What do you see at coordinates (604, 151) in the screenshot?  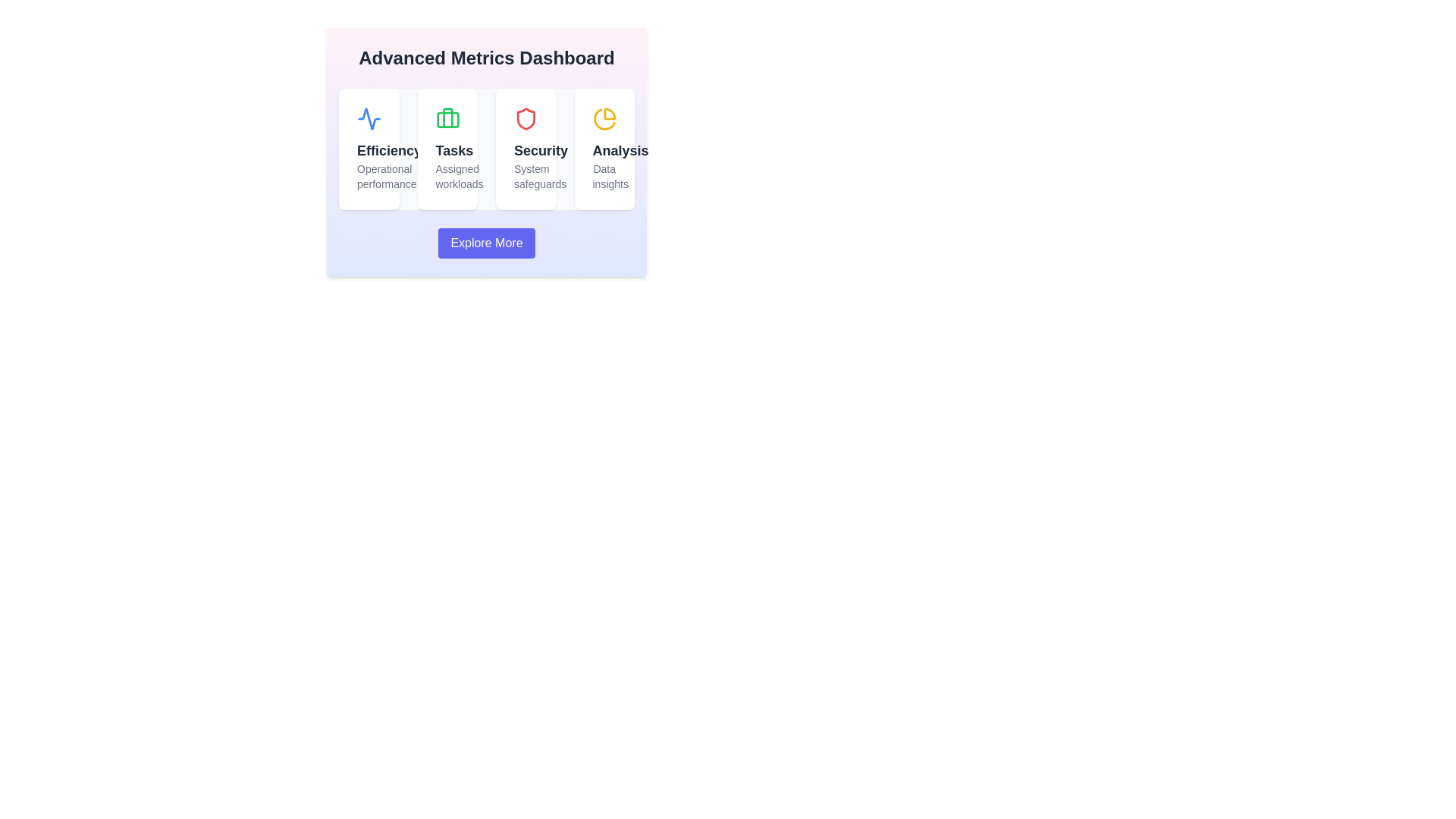 I see `the text label that serves as a title or label for analysis-related data within the dashboard, located centrally and directly above the 'Data insights' text` at bounding box center [604, 151].